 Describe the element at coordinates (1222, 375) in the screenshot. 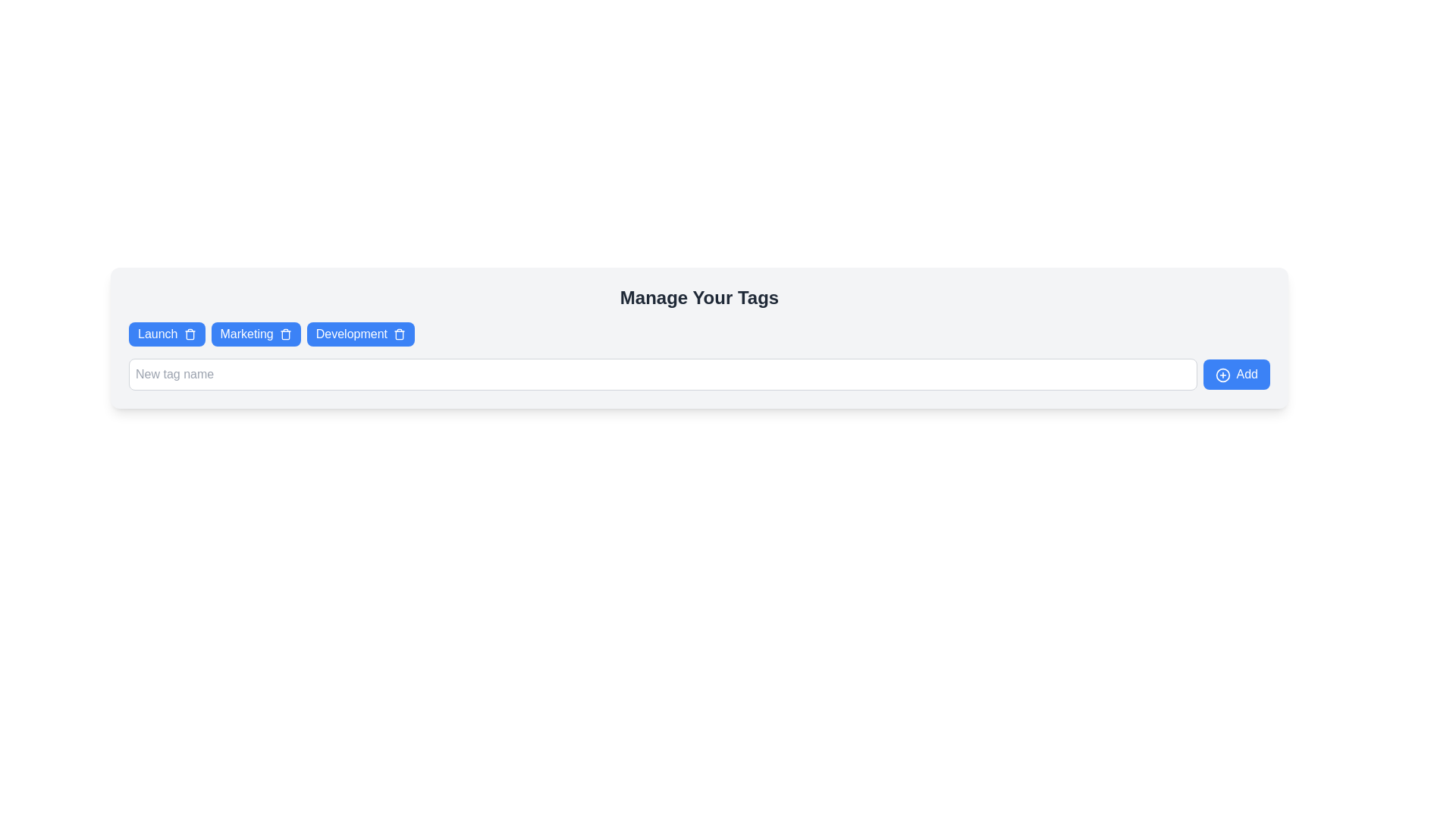

I see `the circular blue outlined icon resembling an addition symbol located near the right edge of the 'Add' button area` at that location.